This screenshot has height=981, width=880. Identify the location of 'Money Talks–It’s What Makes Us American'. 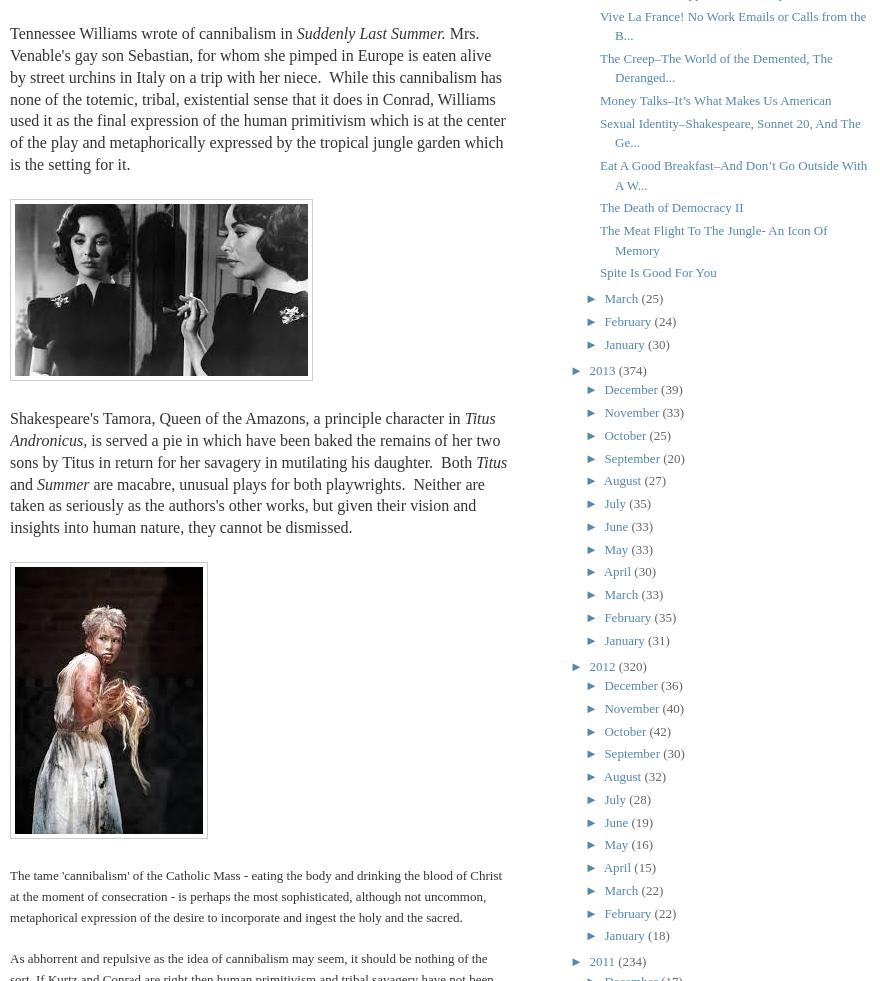
(715, 99).